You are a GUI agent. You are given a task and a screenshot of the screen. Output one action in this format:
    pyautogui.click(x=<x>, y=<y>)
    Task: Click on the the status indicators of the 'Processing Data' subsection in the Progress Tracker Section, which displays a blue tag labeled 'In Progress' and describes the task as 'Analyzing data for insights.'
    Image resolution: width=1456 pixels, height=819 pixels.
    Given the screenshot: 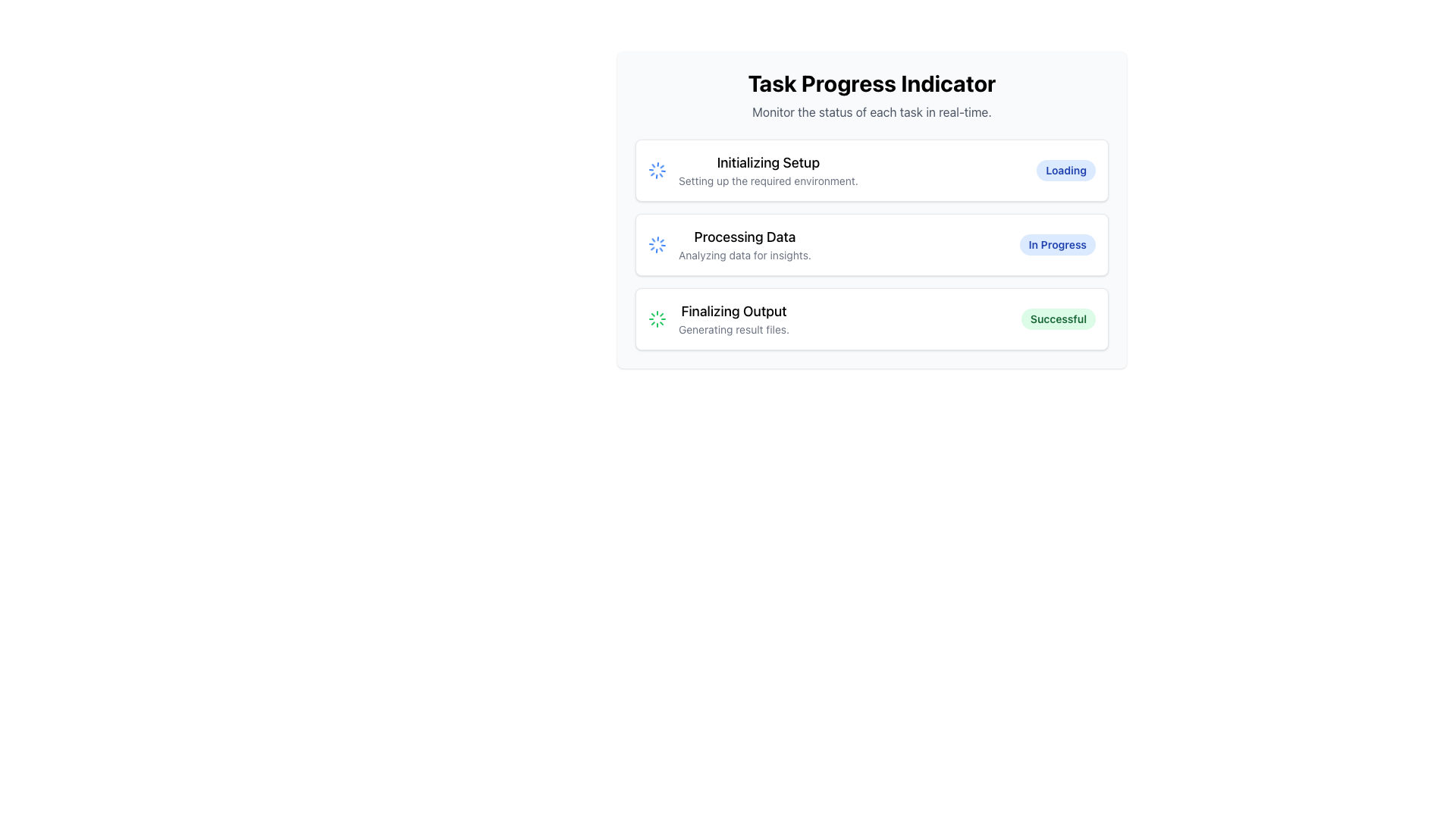 What is the action you would take?
    pyautogui.click(x=872, y=244)
    